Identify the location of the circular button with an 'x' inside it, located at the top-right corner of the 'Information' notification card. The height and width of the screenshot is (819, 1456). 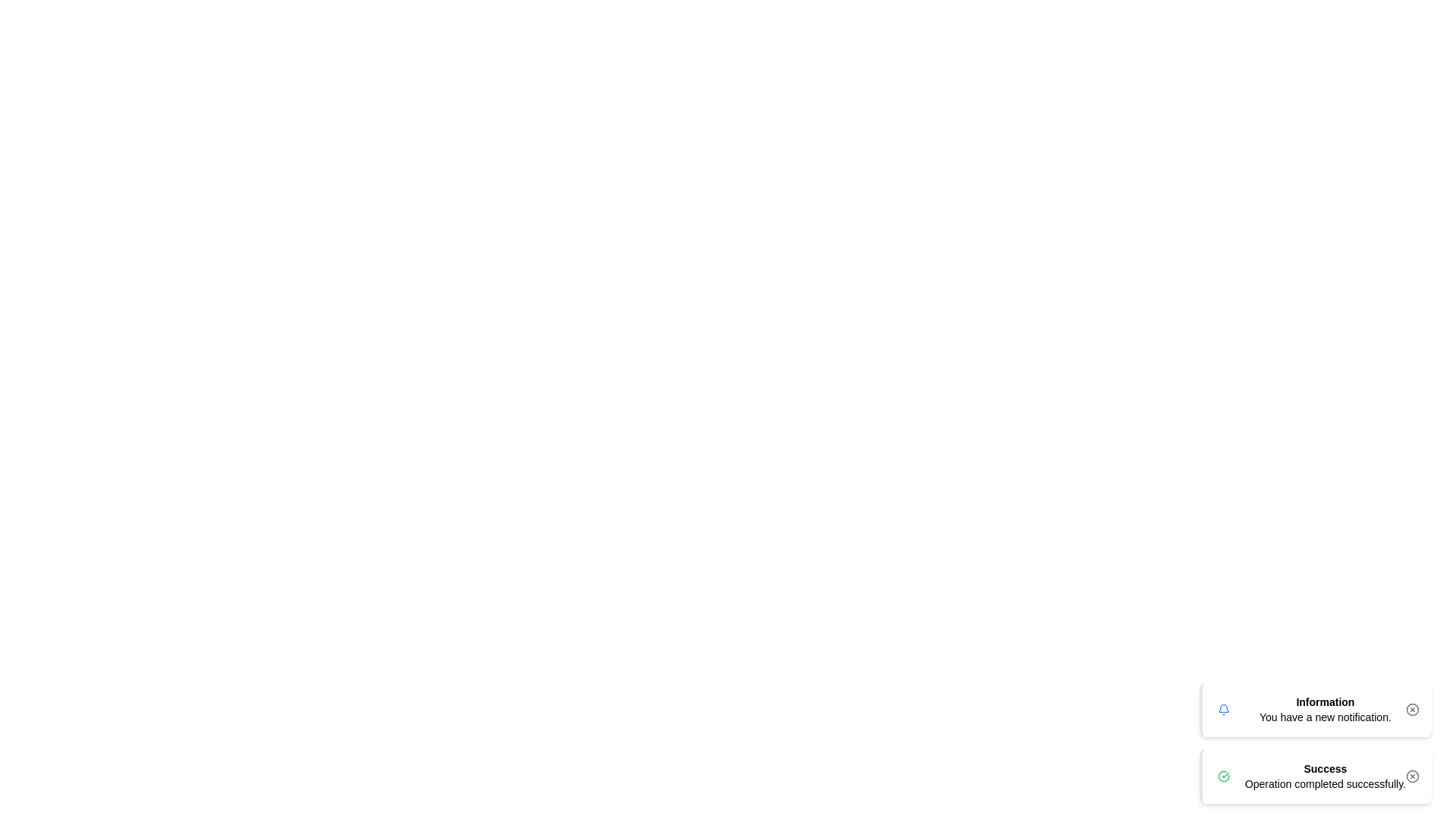
(1411, 710).